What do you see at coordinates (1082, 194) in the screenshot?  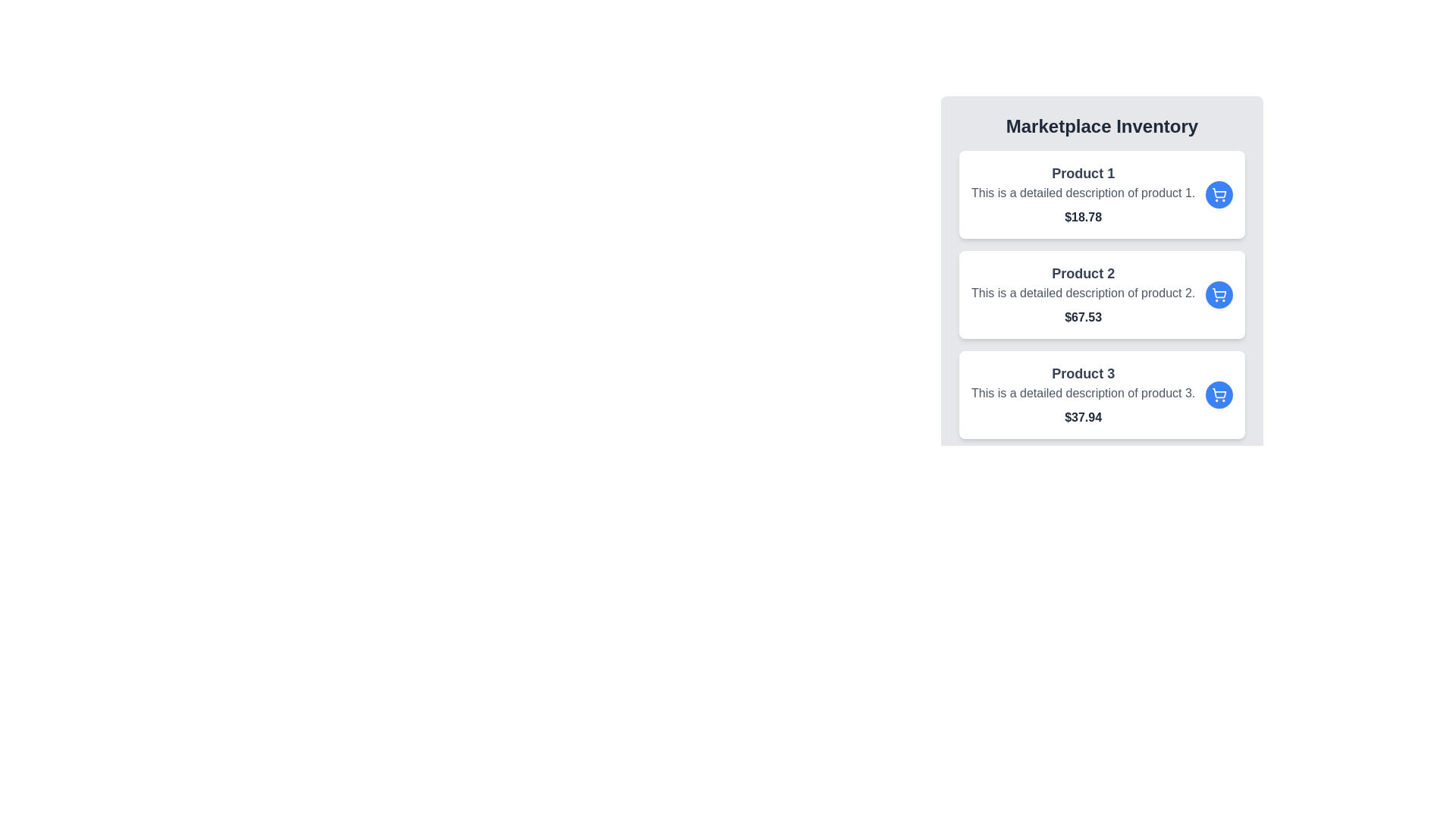 I see `the first Text Label Block in the product inventory list, which displays the product's name, description, and price, located at the top of the right-side panel` at bounding box center [1082, 194].